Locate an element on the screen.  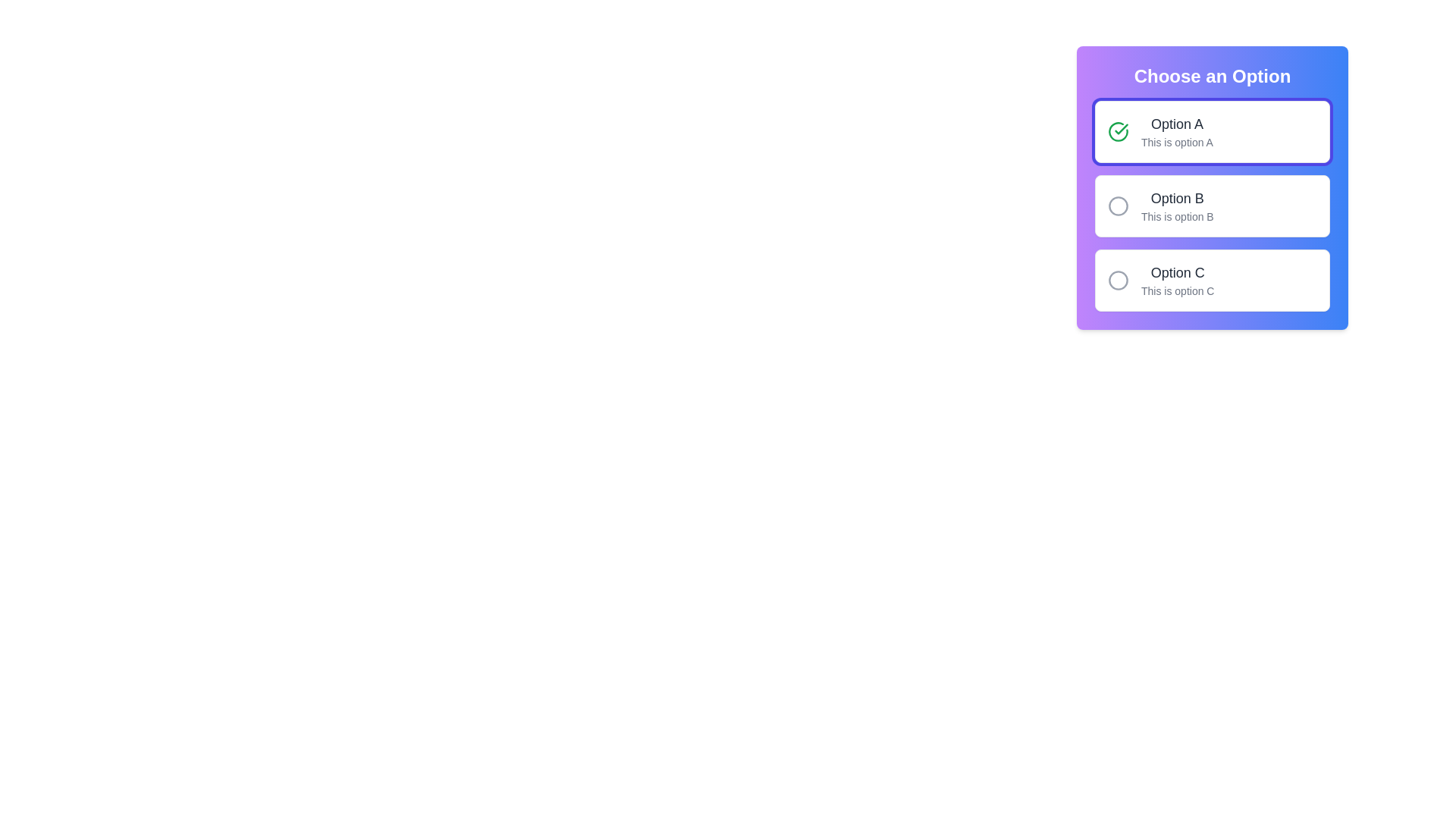
the text label 'Option B' which is prominently displayed in dark-gray color, located below 'Option A' and above 'This is option B' is located at coordinates (1176, 198).